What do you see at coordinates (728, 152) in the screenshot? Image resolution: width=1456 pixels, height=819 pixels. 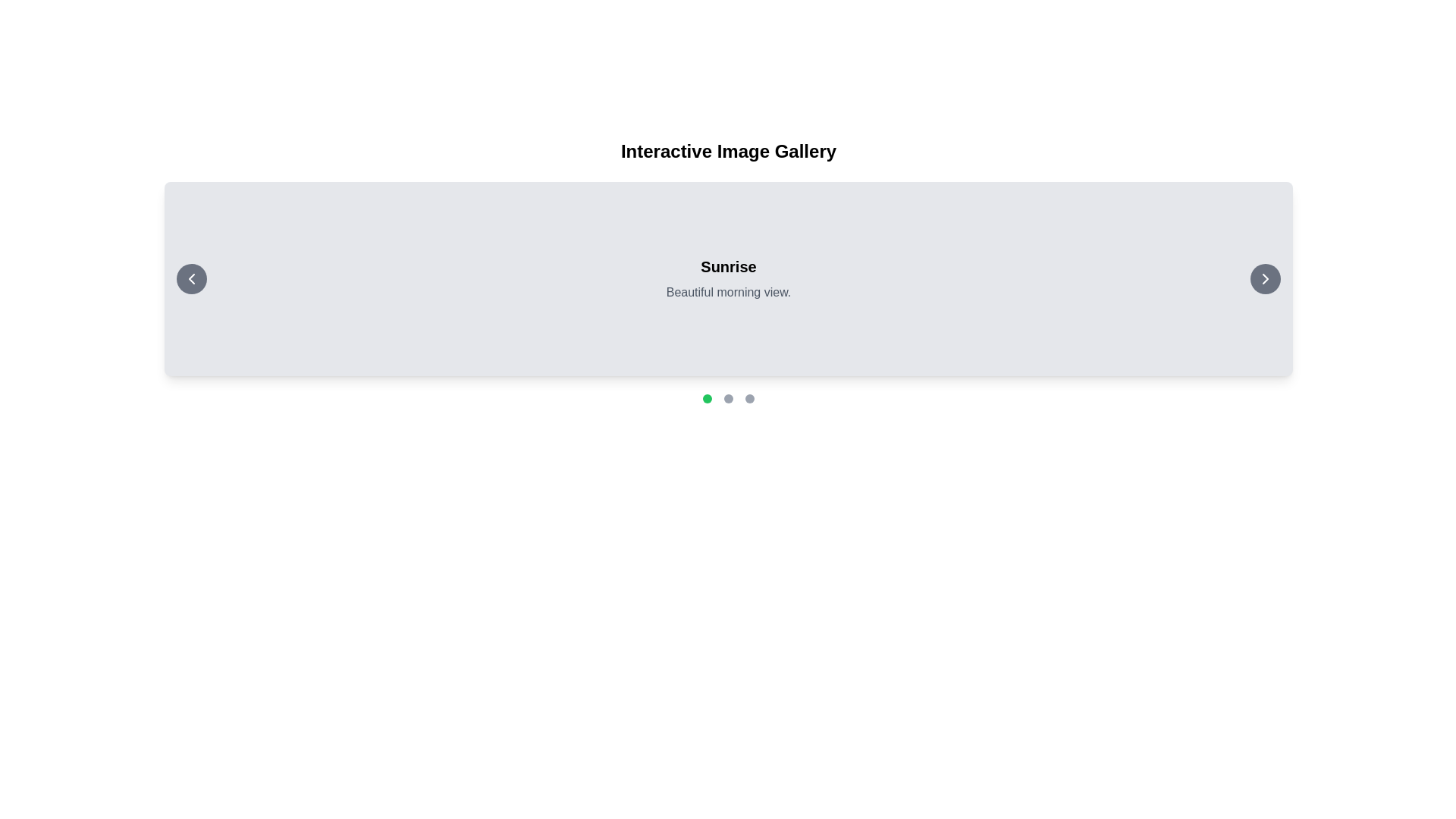 I see `the static text element displaying 'Interactive Image Gallery', which is centrally aligned at the top of the user interface` at bounding box center [728, 152].